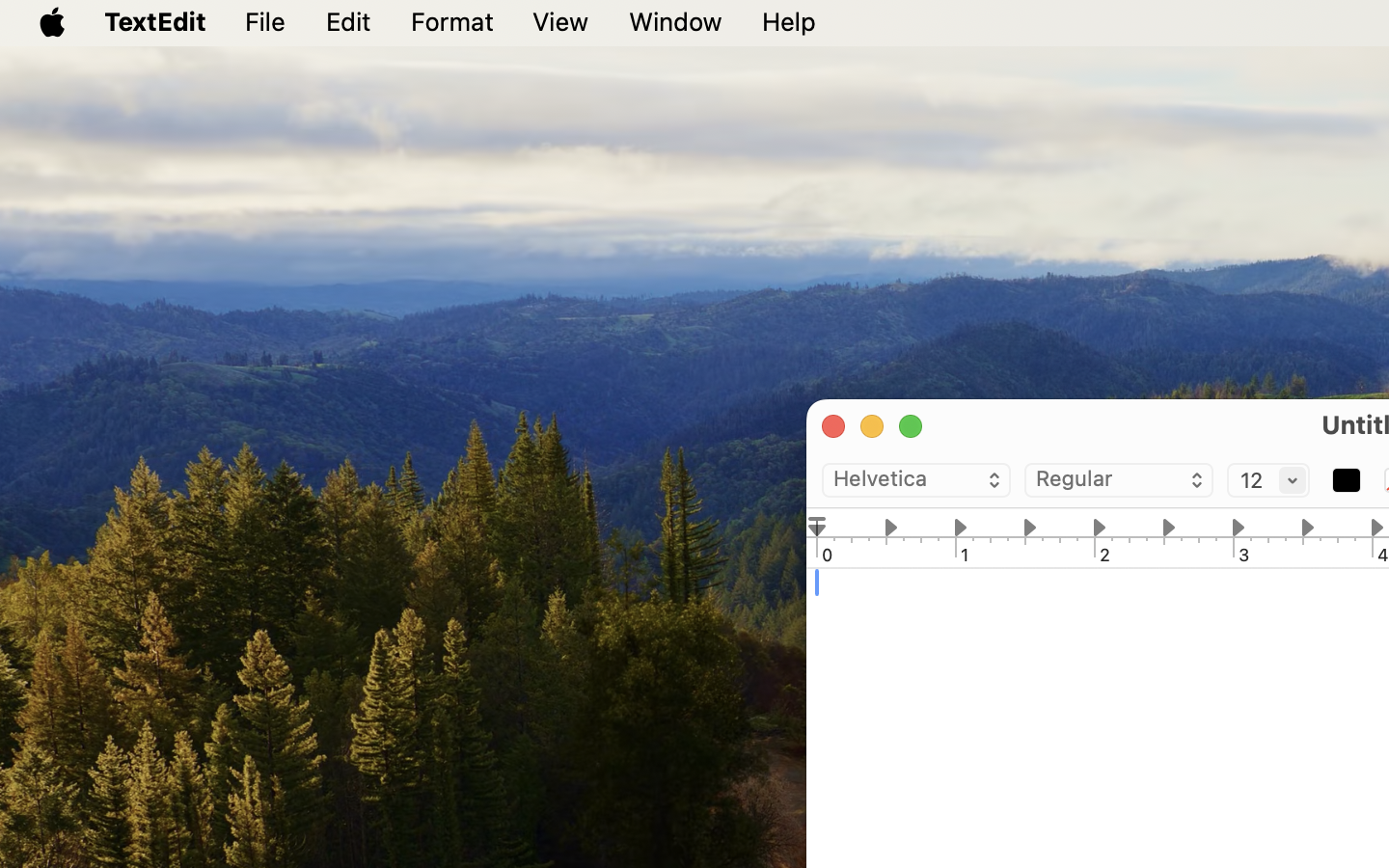 This screenshot has height=868, width=1389. I want to click on 'Regular', so click(1119, 479).